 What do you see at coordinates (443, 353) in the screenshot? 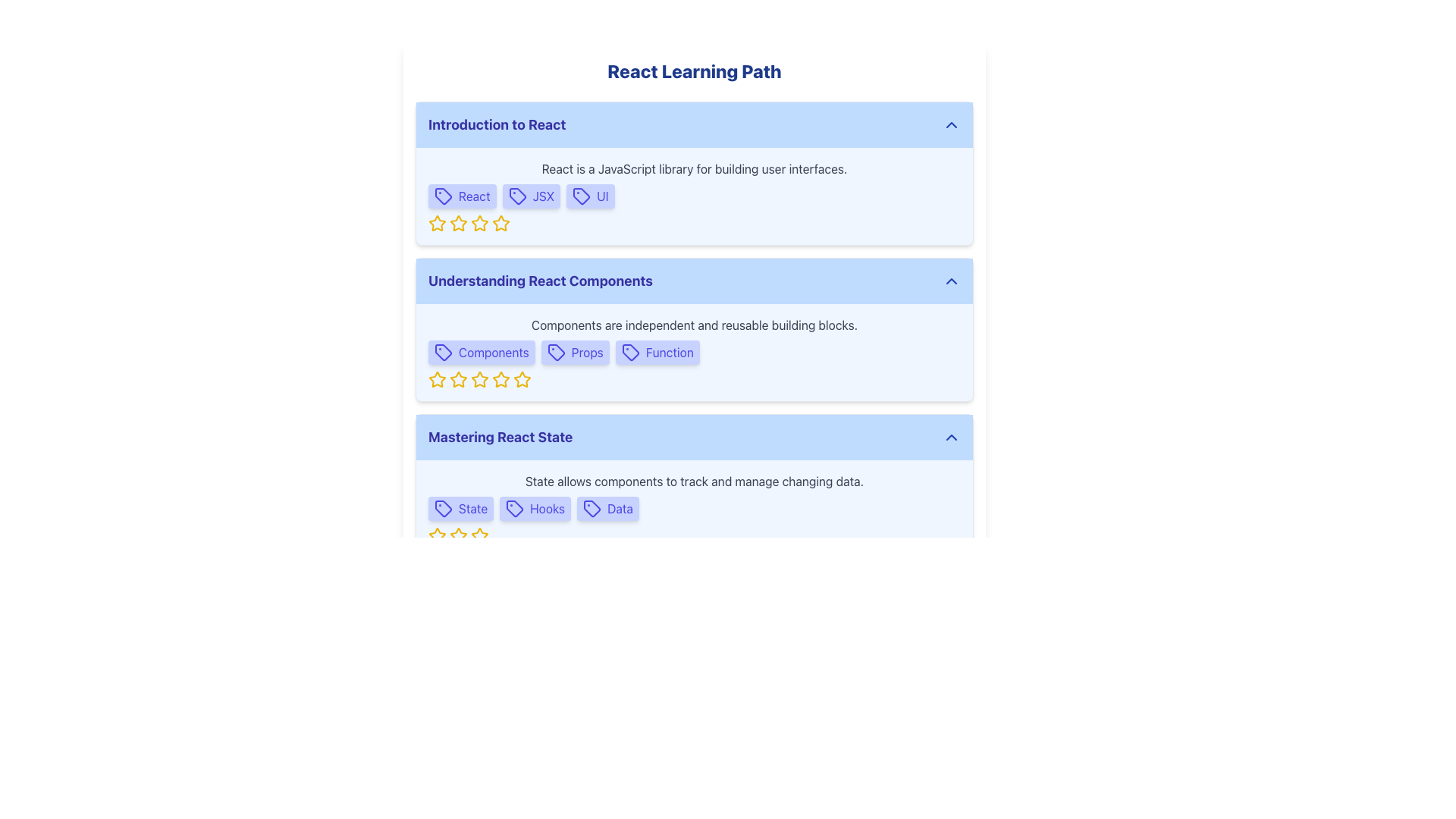
I see `the icon representing the 'Components' label in the 'Understanding React Components' section` at bounding box center [443, 353].